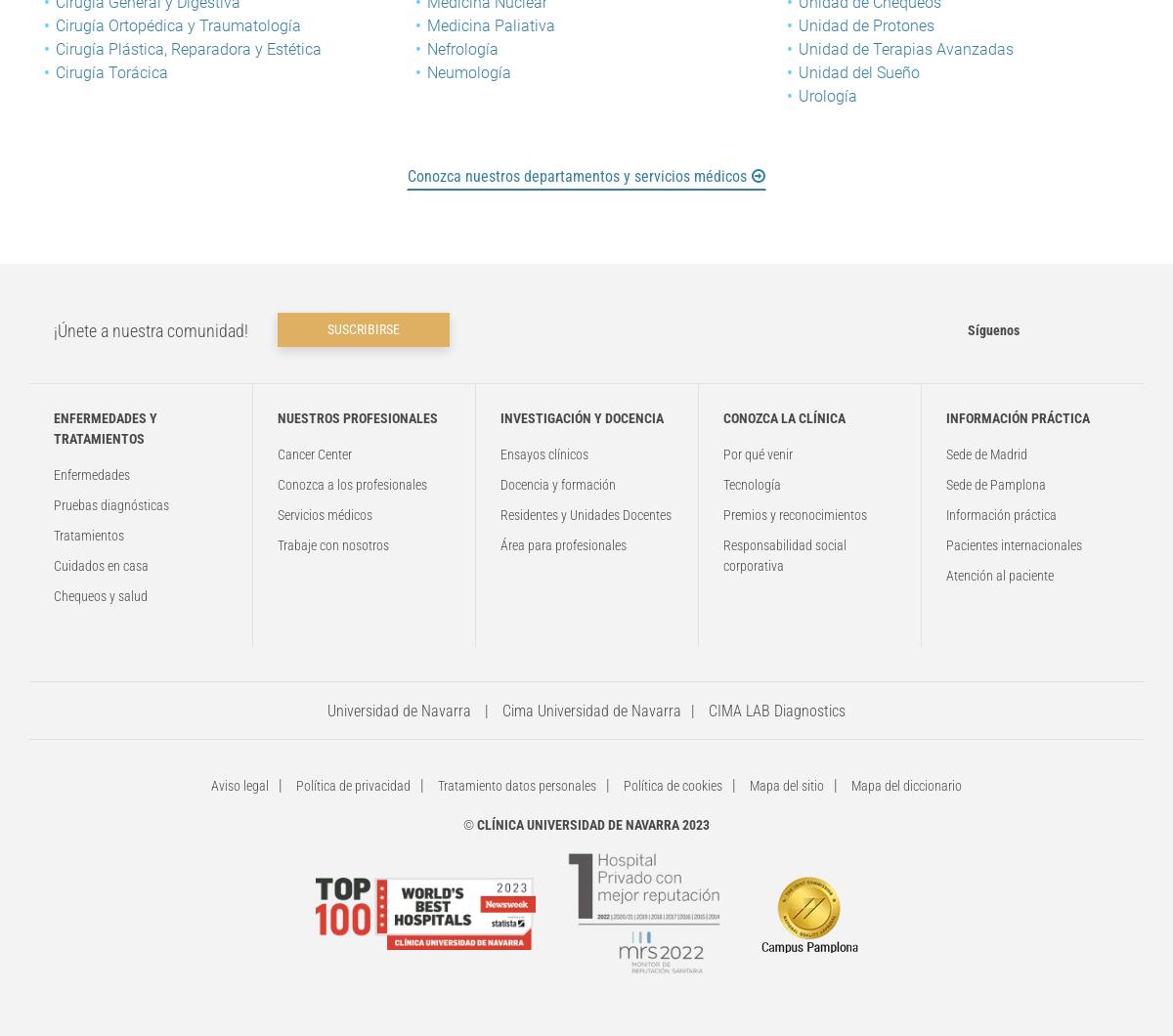 This screenshot has width=1173, height=1036. Describe the element at coordinates (277, 453) in the screenshot. I see `'Cancer Center'` at that location.